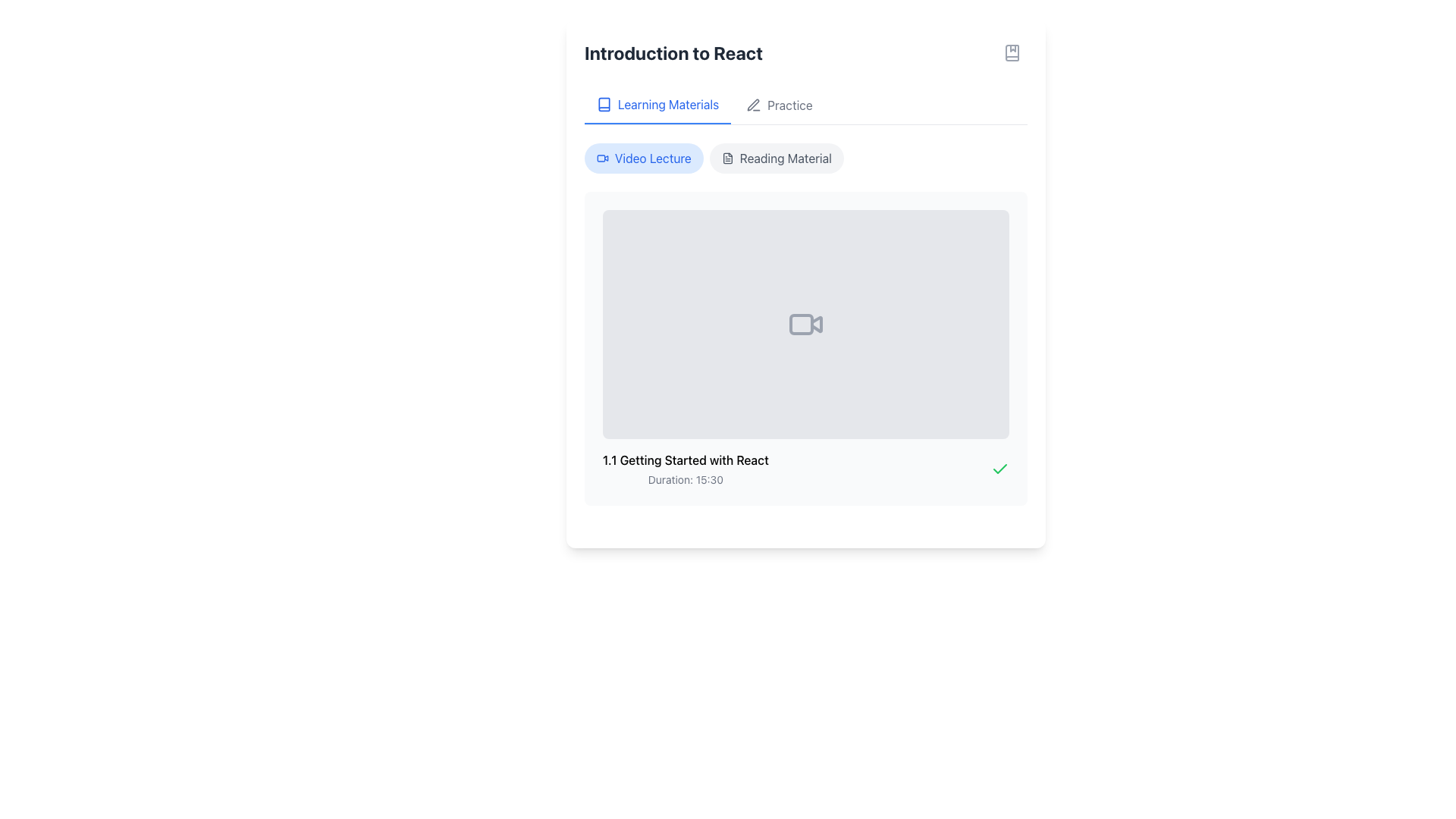 The height and width of the screenshot is (819, 1456). I want to click on the navigational text label for accessing learning materials by activating keyboard navigation, so click(667, 104).